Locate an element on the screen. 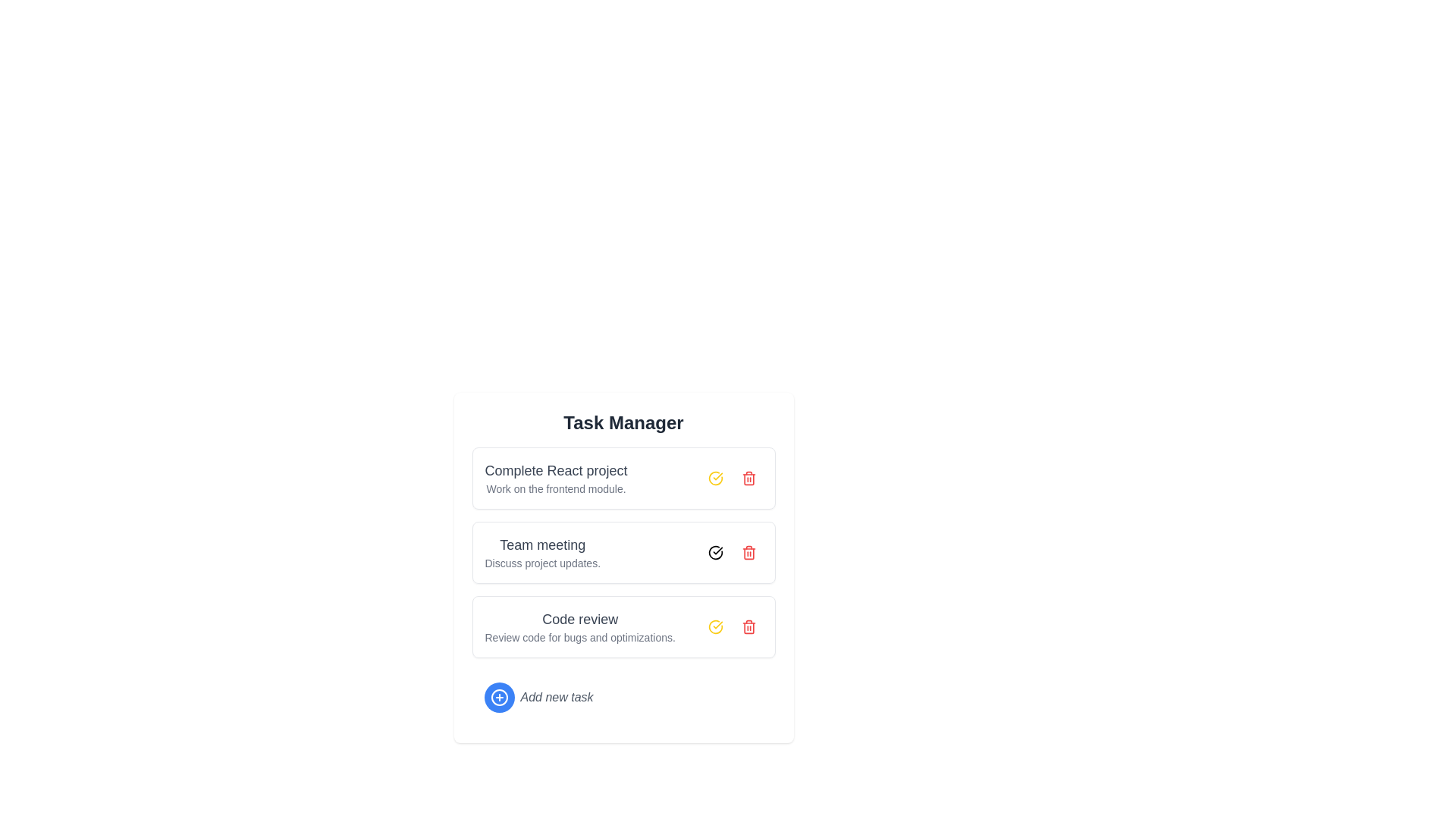 The height and width of the screenshot is (819, 1456). the icon that indicates the status of the 'Team meeting' task is located at coordinates (714, 626).